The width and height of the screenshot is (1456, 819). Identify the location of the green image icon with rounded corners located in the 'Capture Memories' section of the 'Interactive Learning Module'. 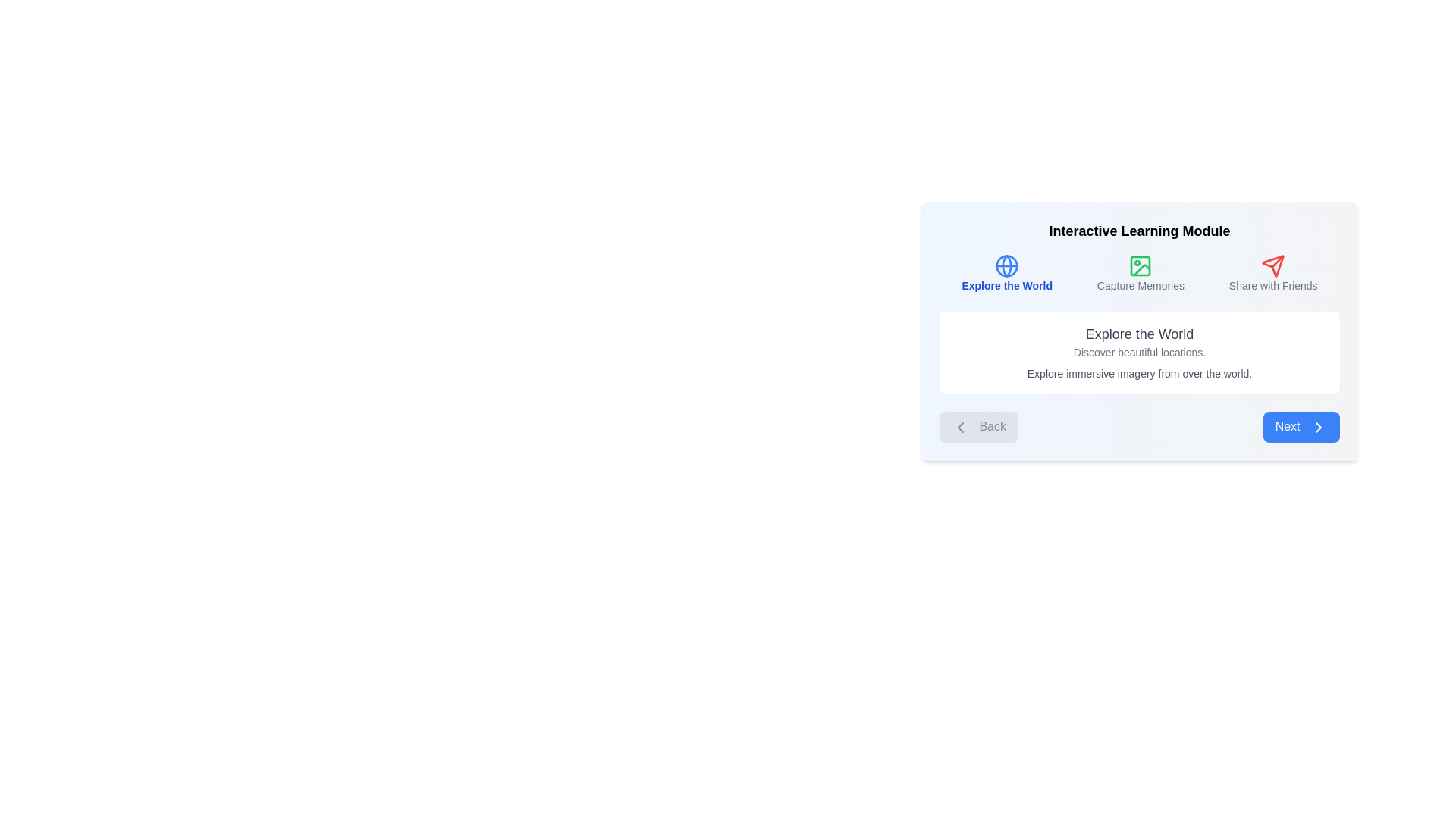
(1141, 265).